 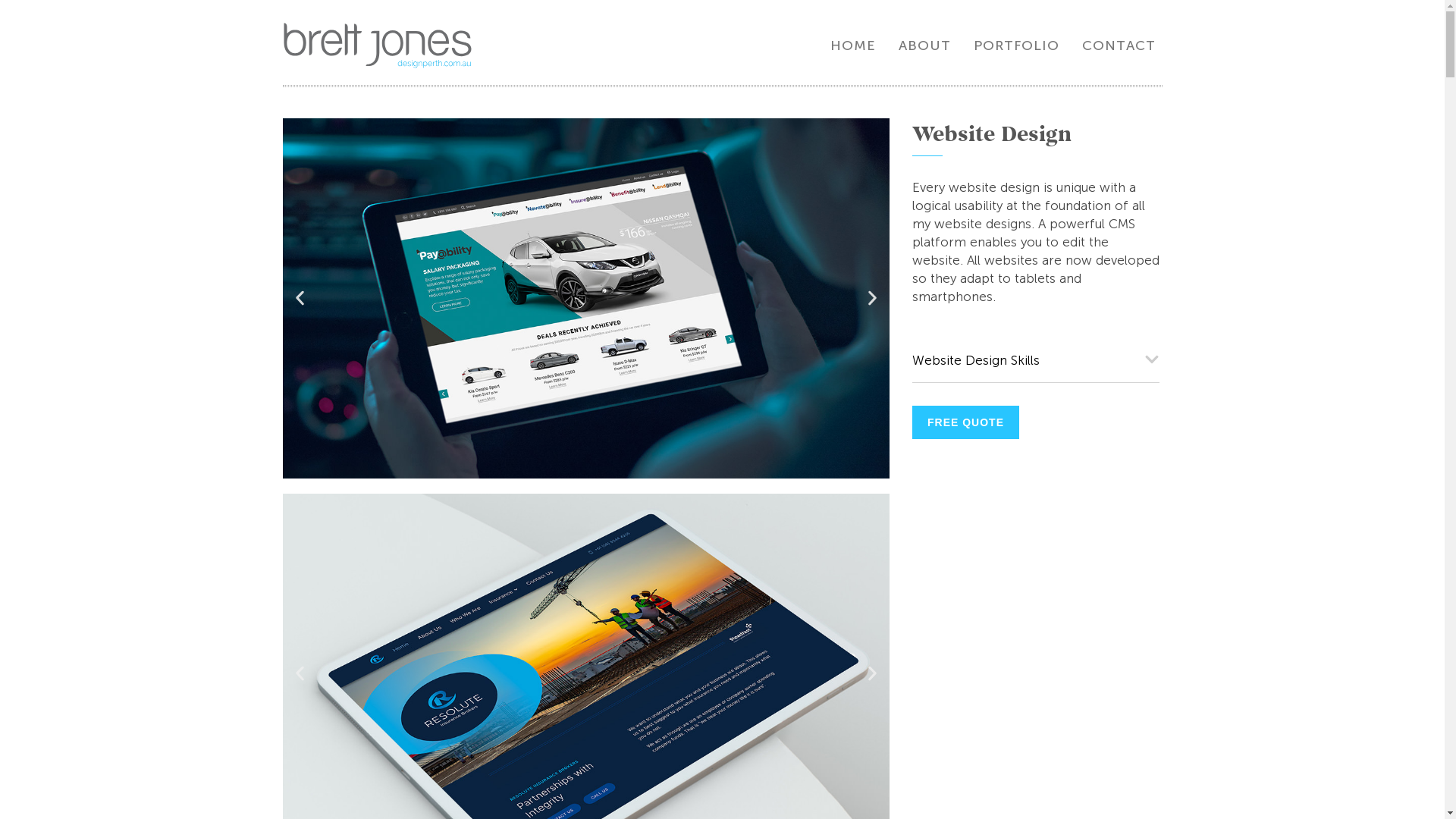 I want to click on 'HOME', so click(x=852, y=45).